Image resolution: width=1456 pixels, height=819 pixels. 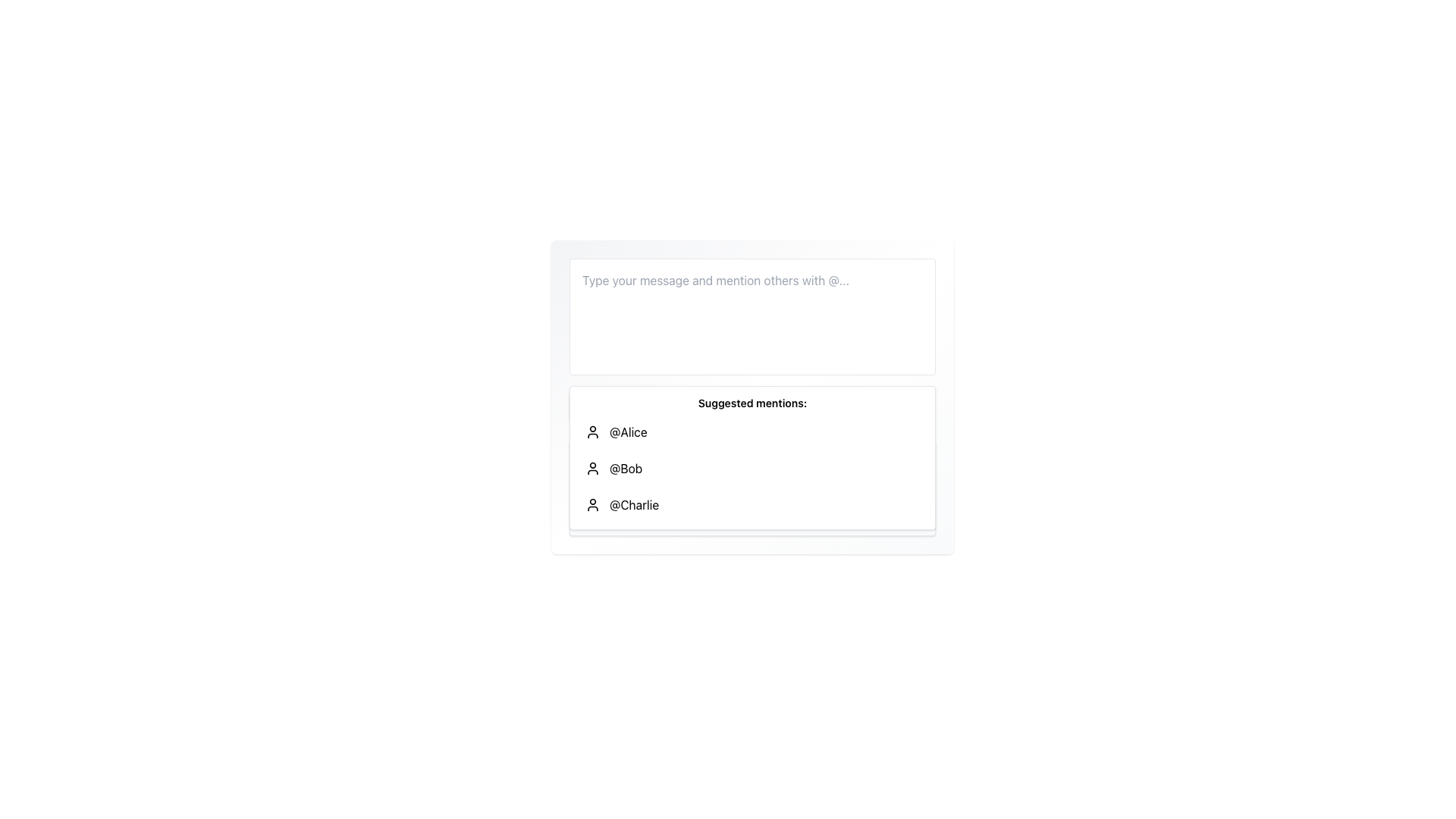 What do you see at coordinates (752, 403) in the screenshot?
I see `text label that indicates the purpose of the suggested mentions list, positioned above the suggested items` at bounding box center [752, 403].